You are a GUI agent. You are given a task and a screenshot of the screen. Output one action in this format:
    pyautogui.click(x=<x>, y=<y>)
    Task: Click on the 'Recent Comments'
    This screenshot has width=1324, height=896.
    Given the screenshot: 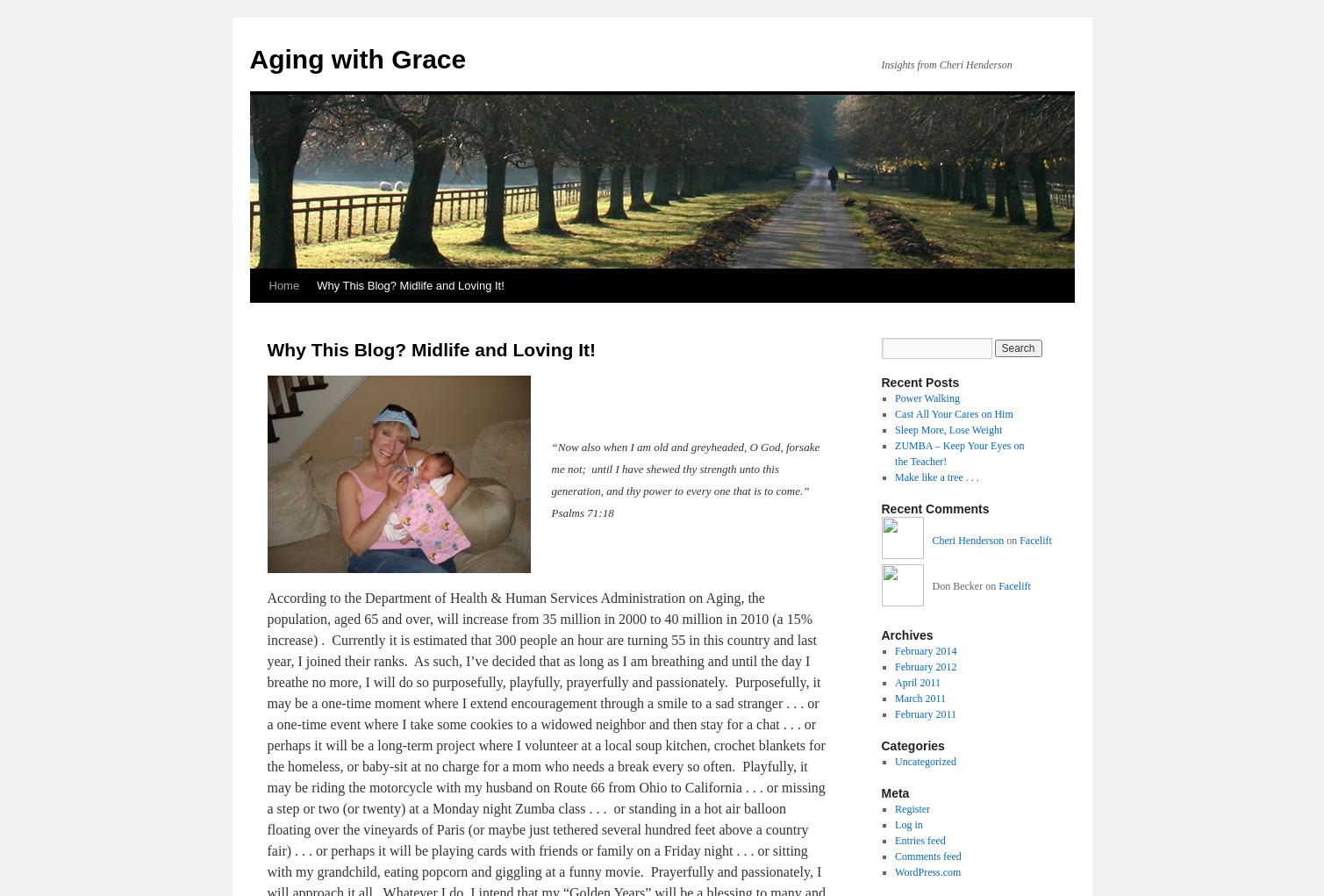 What is the action you would take?
    pyautogui.click(x=934, y=508)
    